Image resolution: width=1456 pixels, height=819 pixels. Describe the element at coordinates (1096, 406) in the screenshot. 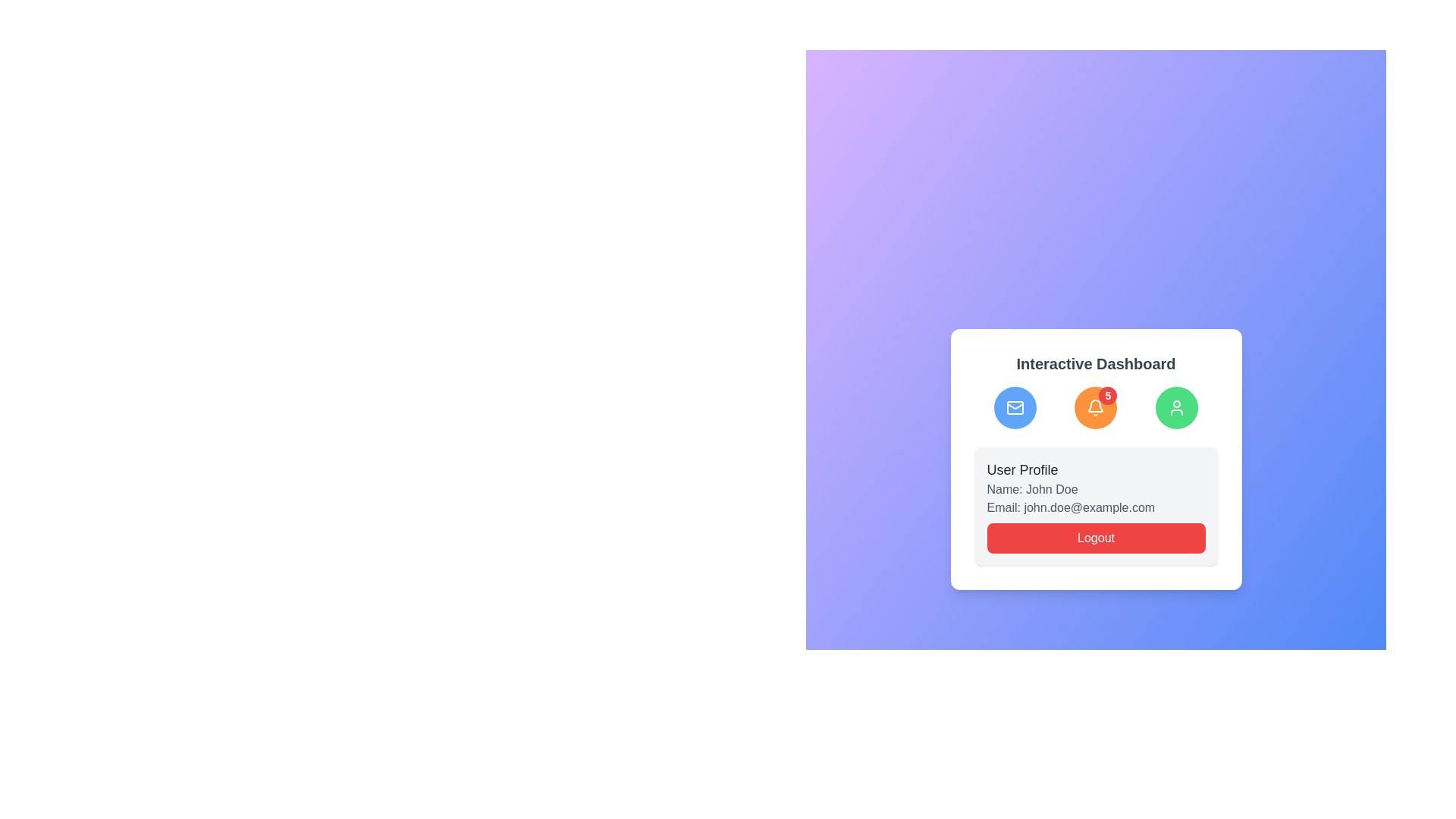

I see `the orange circular notification button with a white outline of a bell icon` at that location.